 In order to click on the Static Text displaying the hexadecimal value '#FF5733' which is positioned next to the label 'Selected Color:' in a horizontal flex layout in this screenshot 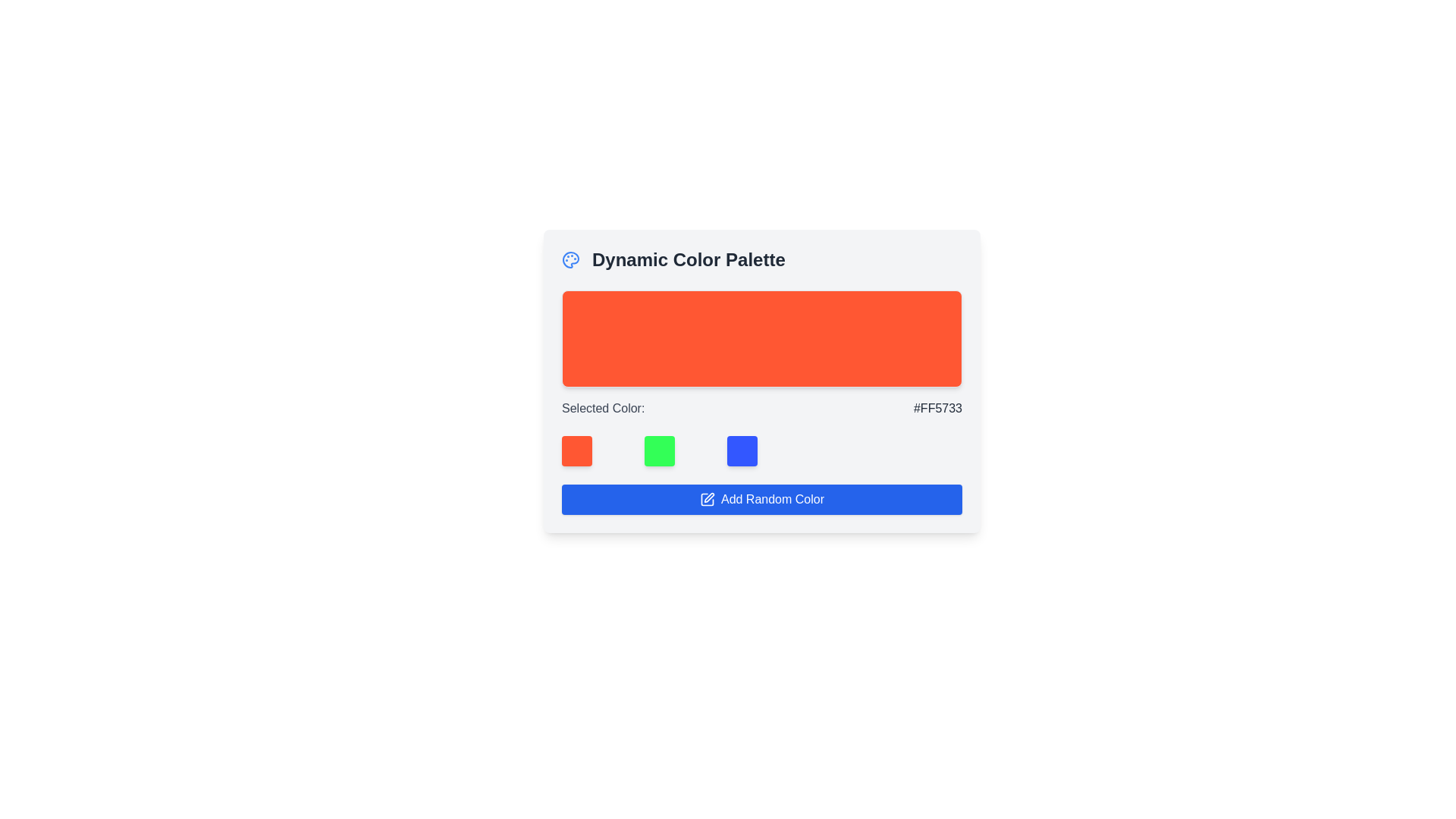, I will do `click(937, 408)`.